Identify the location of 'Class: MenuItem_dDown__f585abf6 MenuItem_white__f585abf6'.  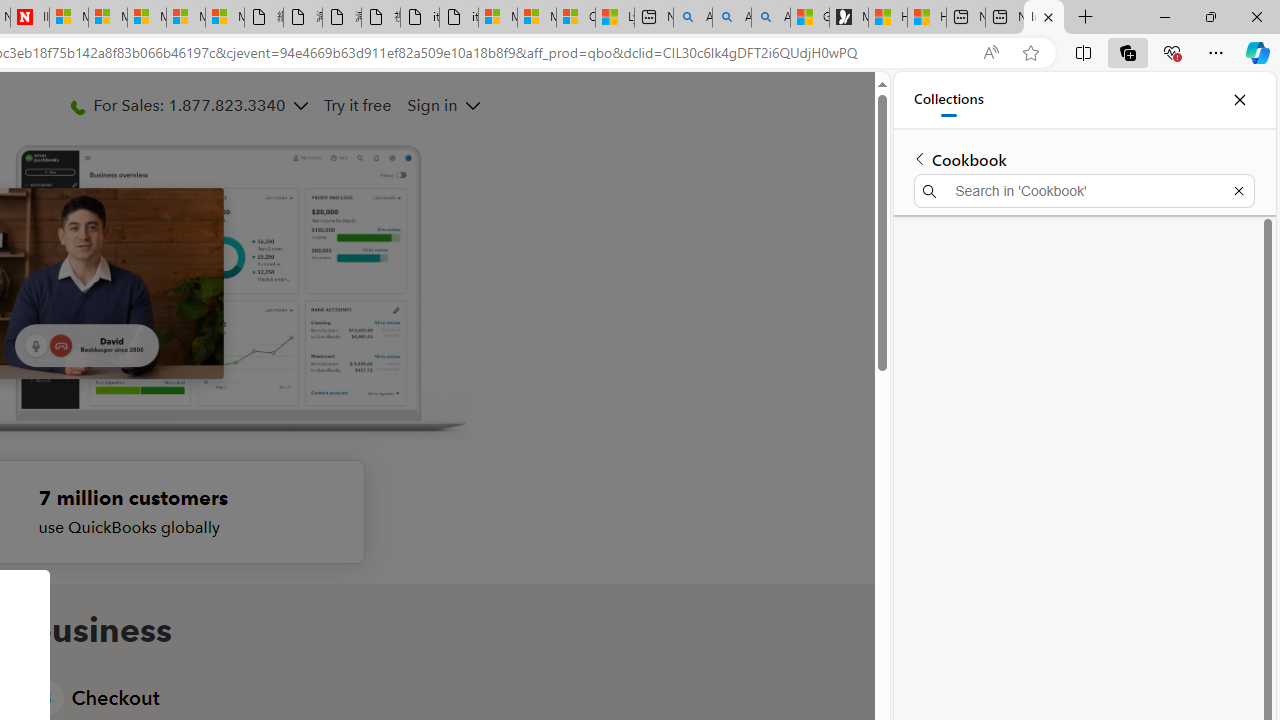
(471, 106).